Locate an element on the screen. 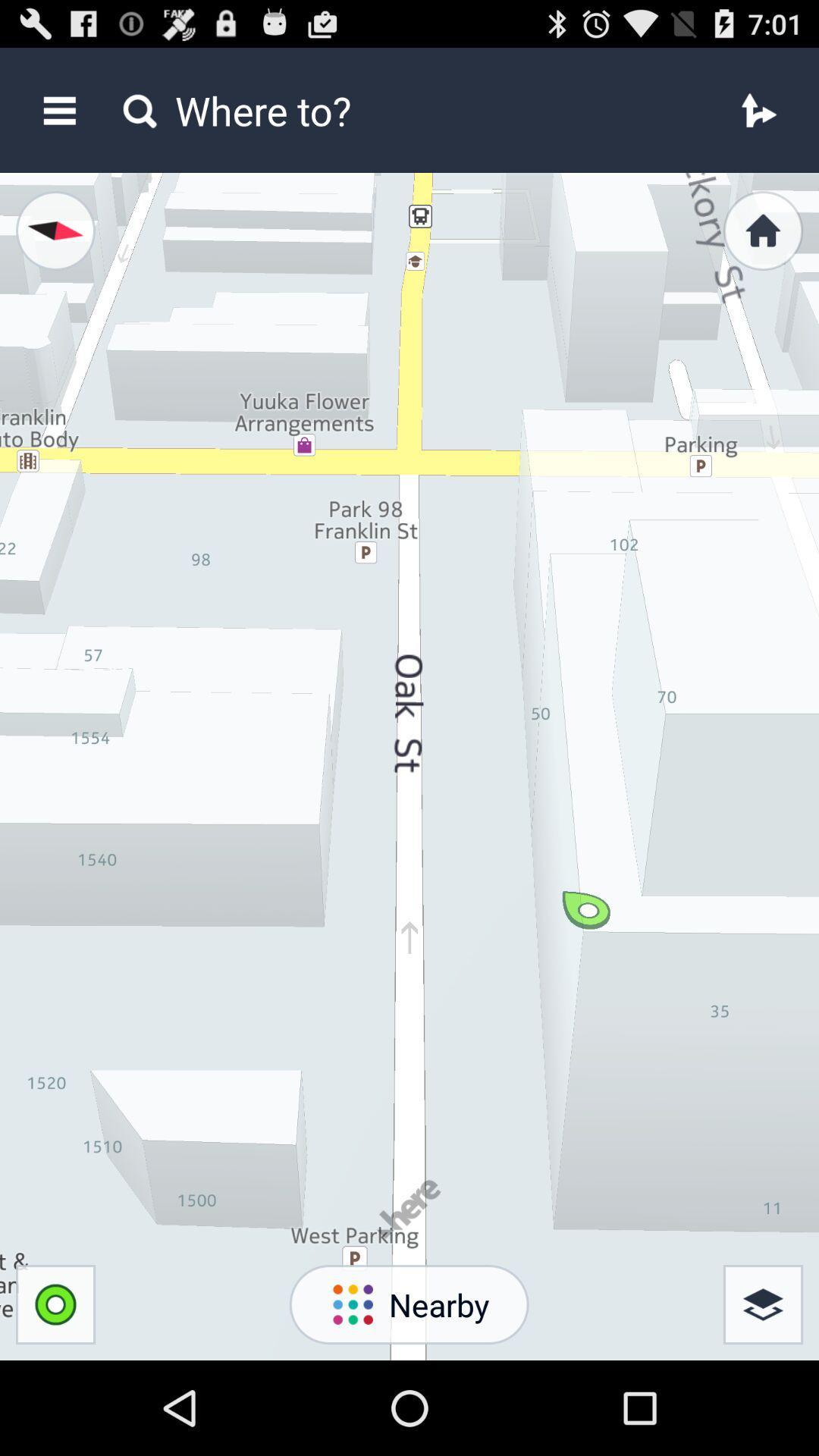  the layers icon is located at coordinates (763, 1395).